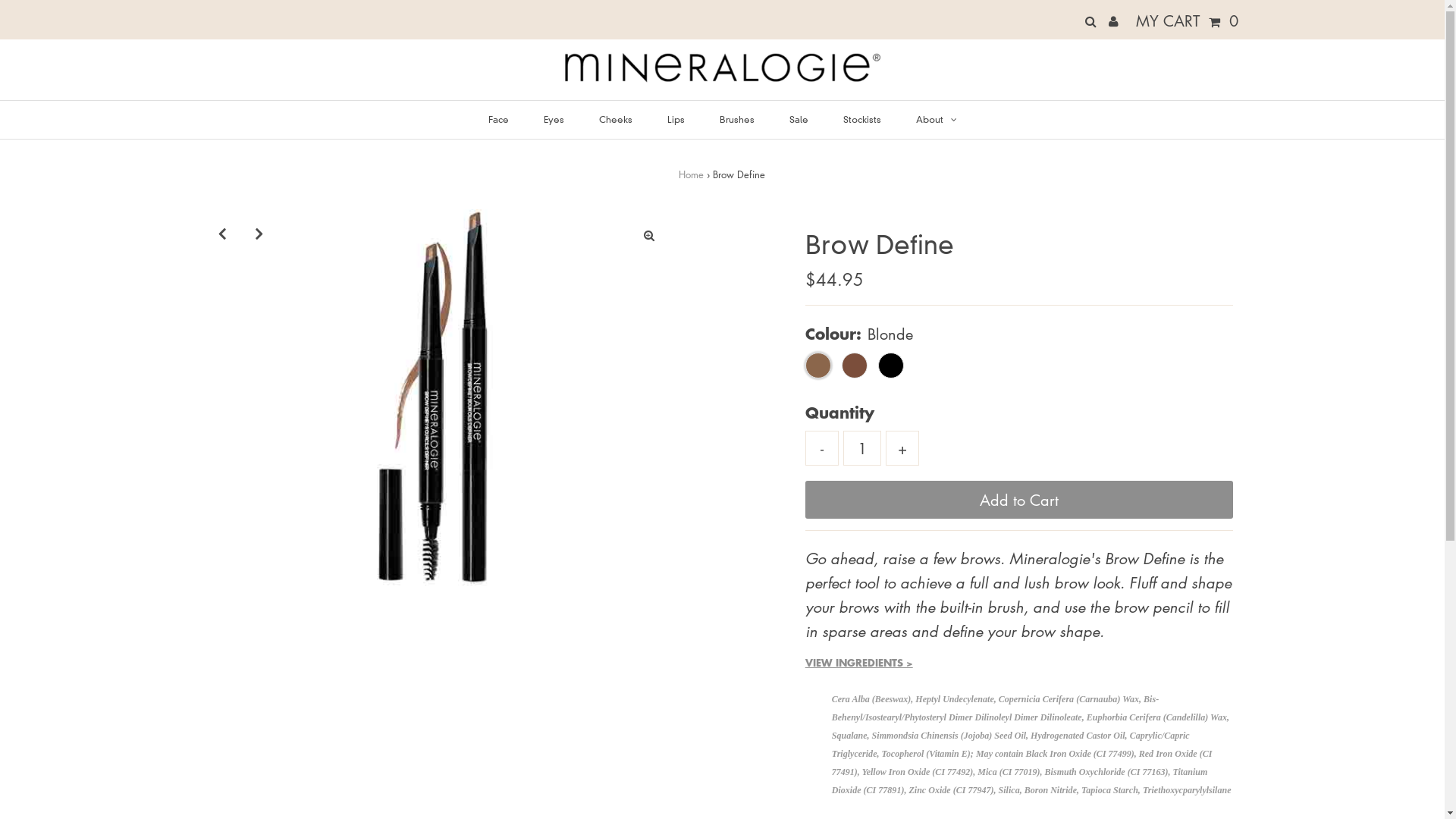 Image resolution: width=1456 pixels, height=819 pixels. Describe the element at coordinates (736, 119) in the screenshot. I see `'Brushes'` at that location.